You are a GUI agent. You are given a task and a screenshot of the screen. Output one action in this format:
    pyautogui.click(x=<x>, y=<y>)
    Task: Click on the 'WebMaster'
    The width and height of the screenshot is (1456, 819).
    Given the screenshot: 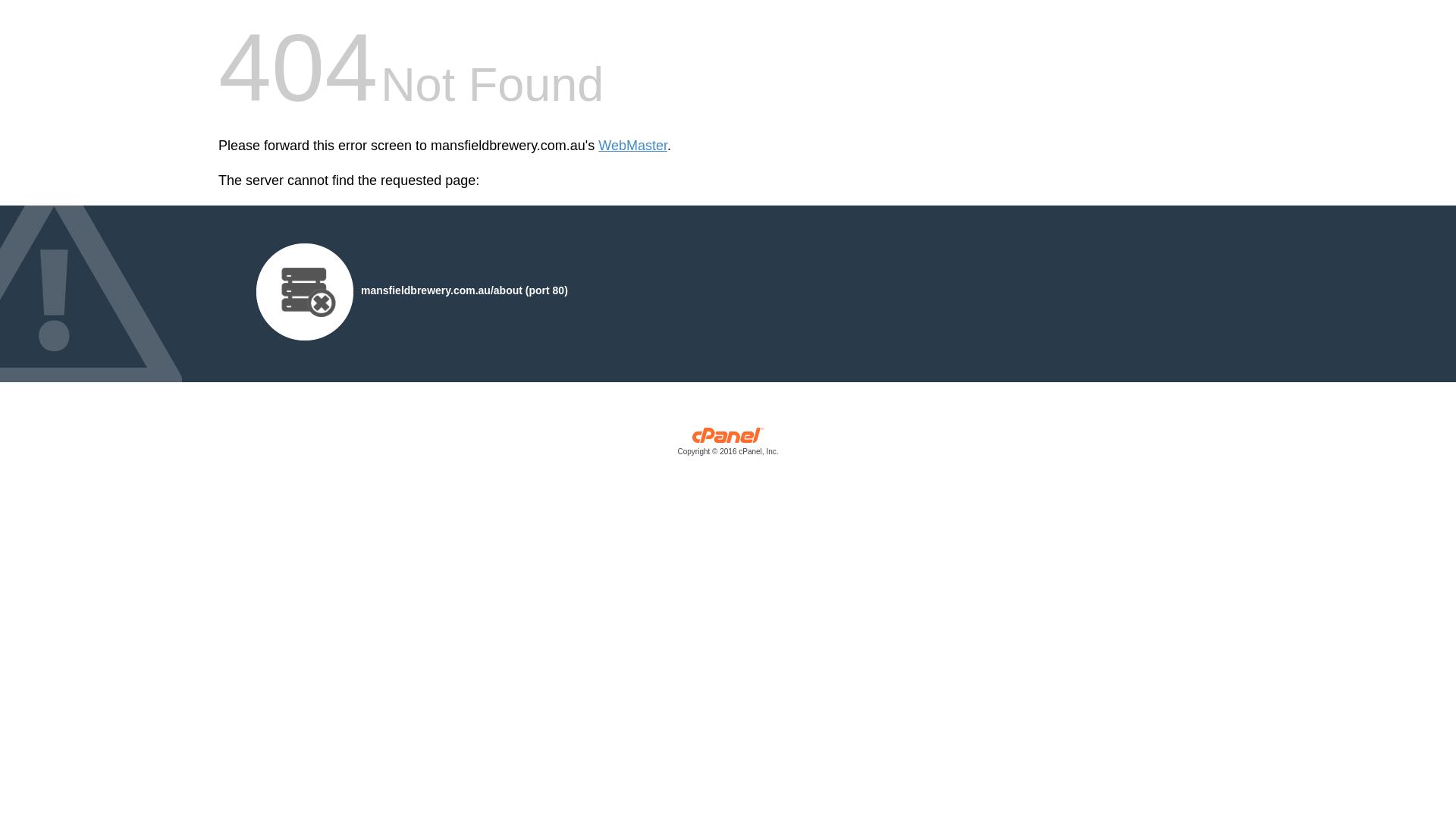 What is the action you would take?
    pyautogui.click(x=632, y=146)
    